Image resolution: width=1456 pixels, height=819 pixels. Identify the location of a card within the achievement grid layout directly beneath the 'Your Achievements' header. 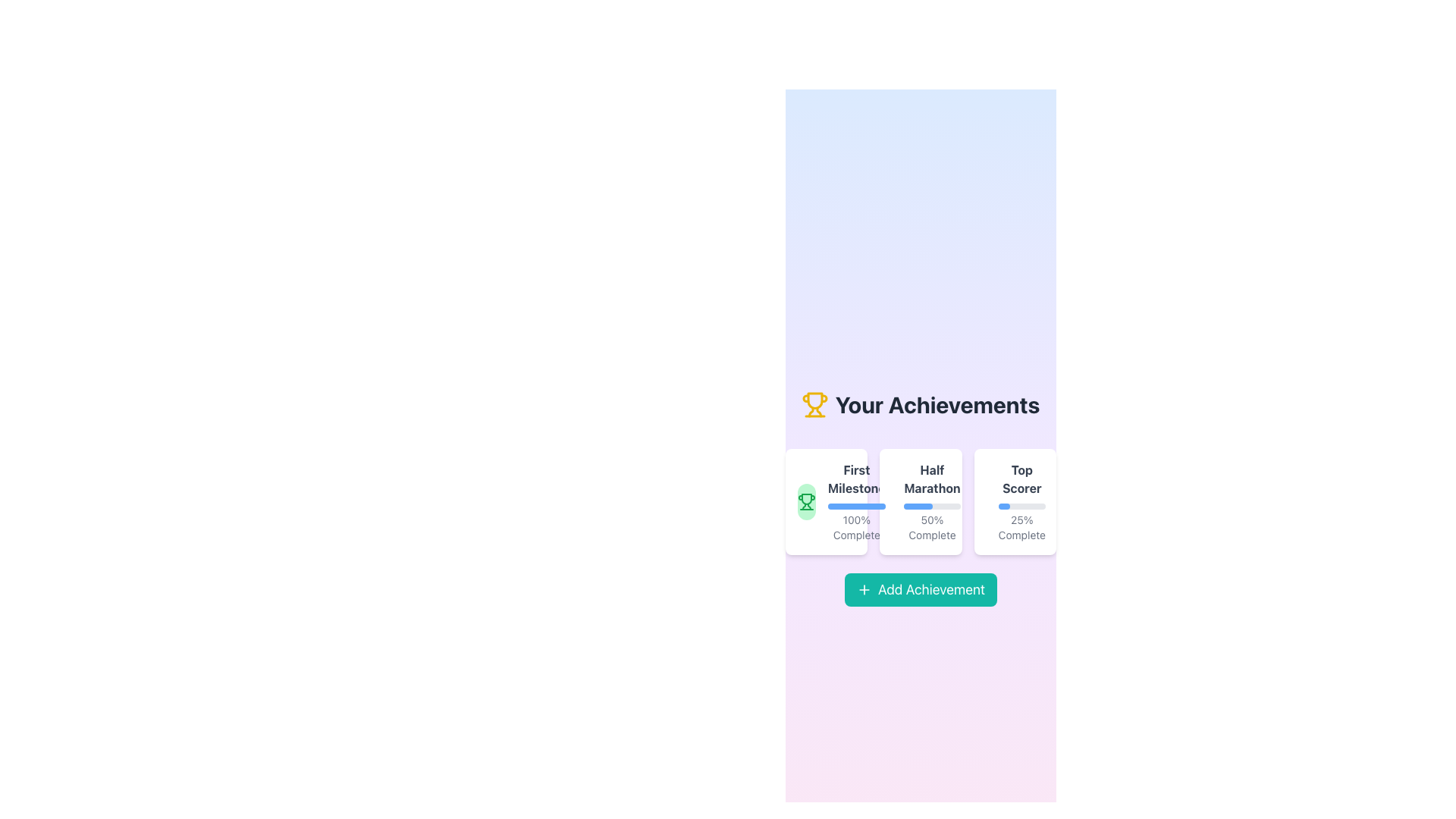
(920, 502).